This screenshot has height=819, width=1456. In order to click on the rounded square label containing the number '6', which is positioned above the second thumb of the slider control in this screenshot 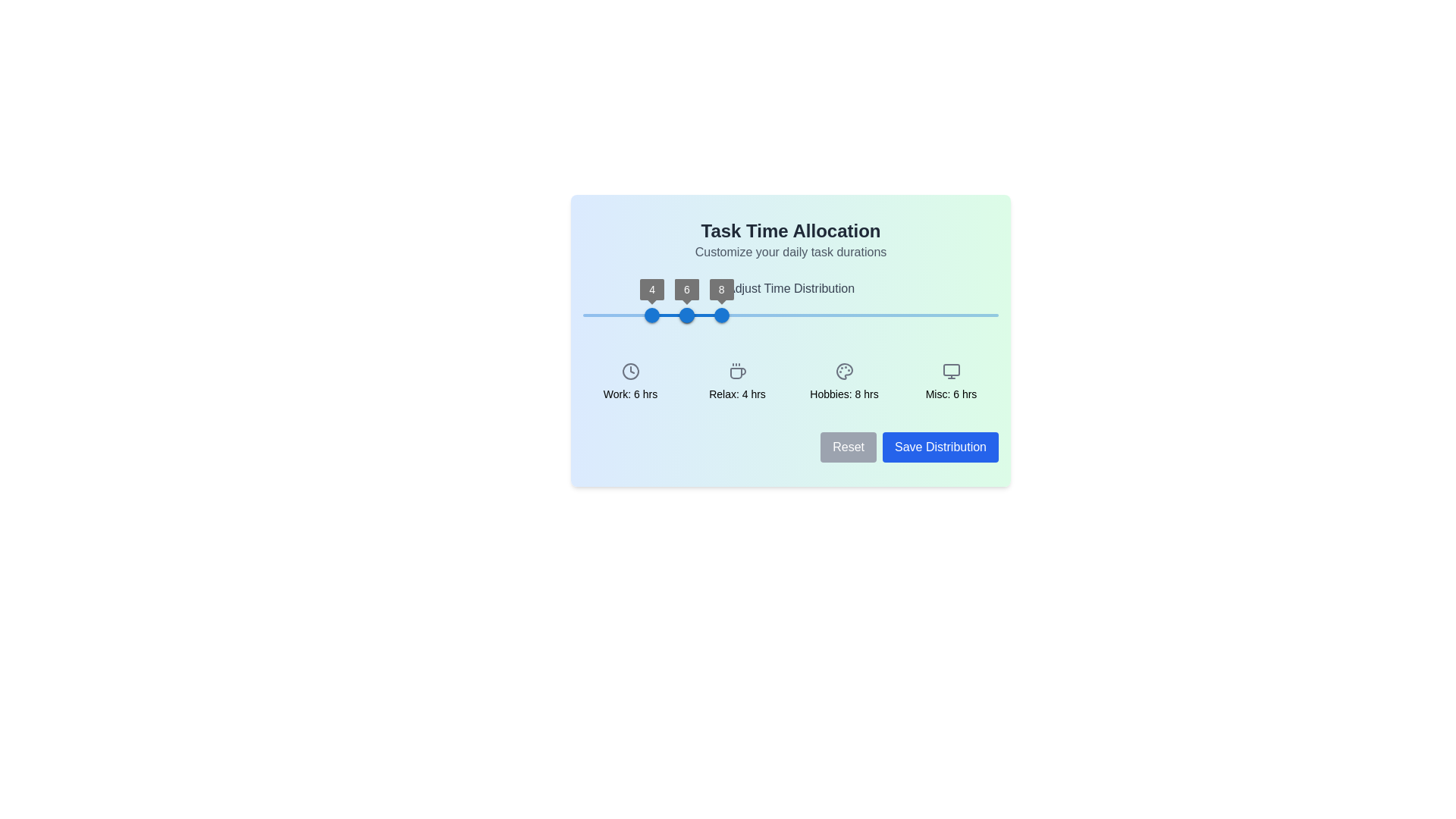, I will do `click(686, 289)`.